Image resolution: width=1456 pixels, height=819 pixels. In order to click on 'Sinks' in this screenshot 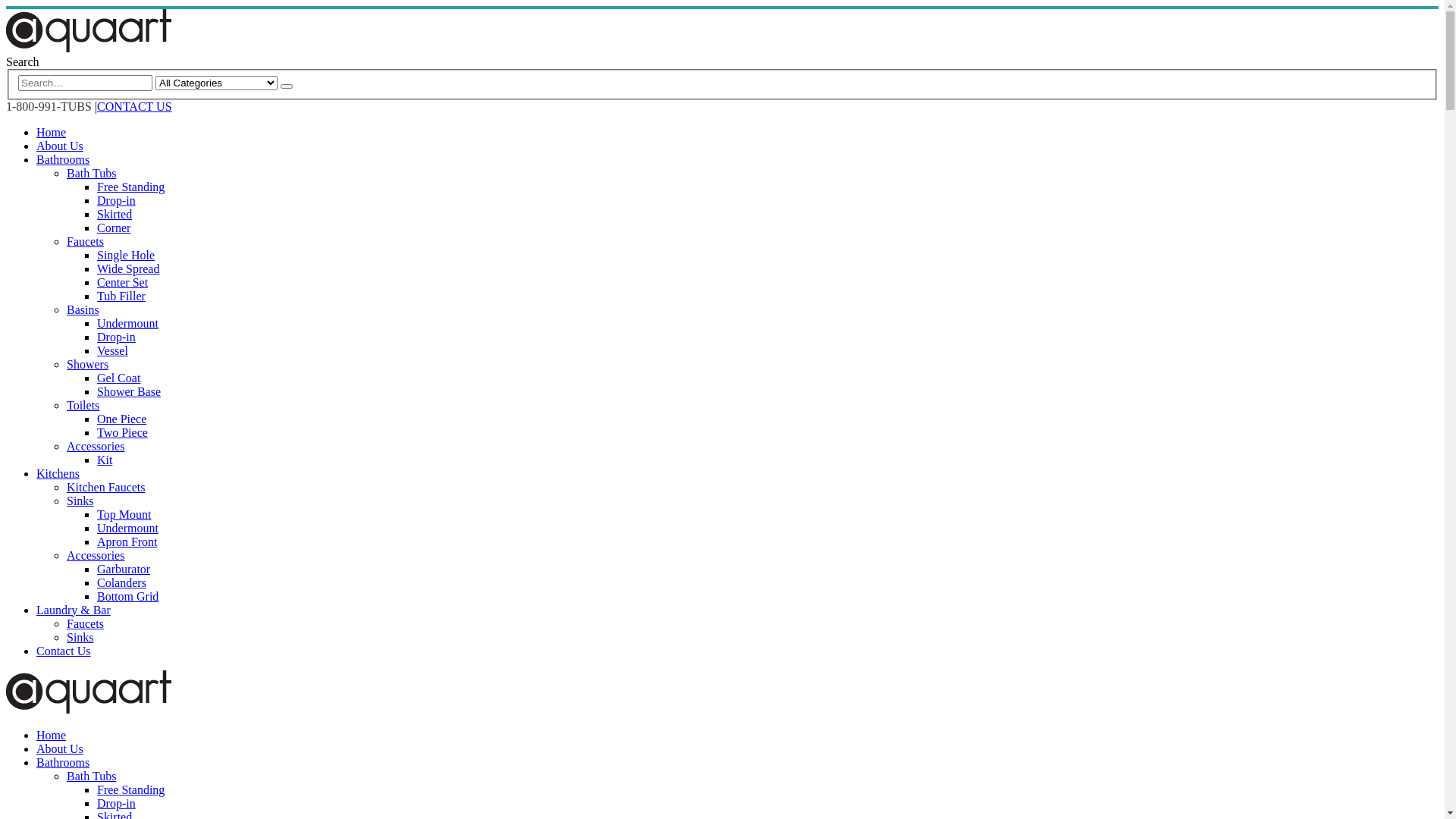, I will do `click(79, 500)`.